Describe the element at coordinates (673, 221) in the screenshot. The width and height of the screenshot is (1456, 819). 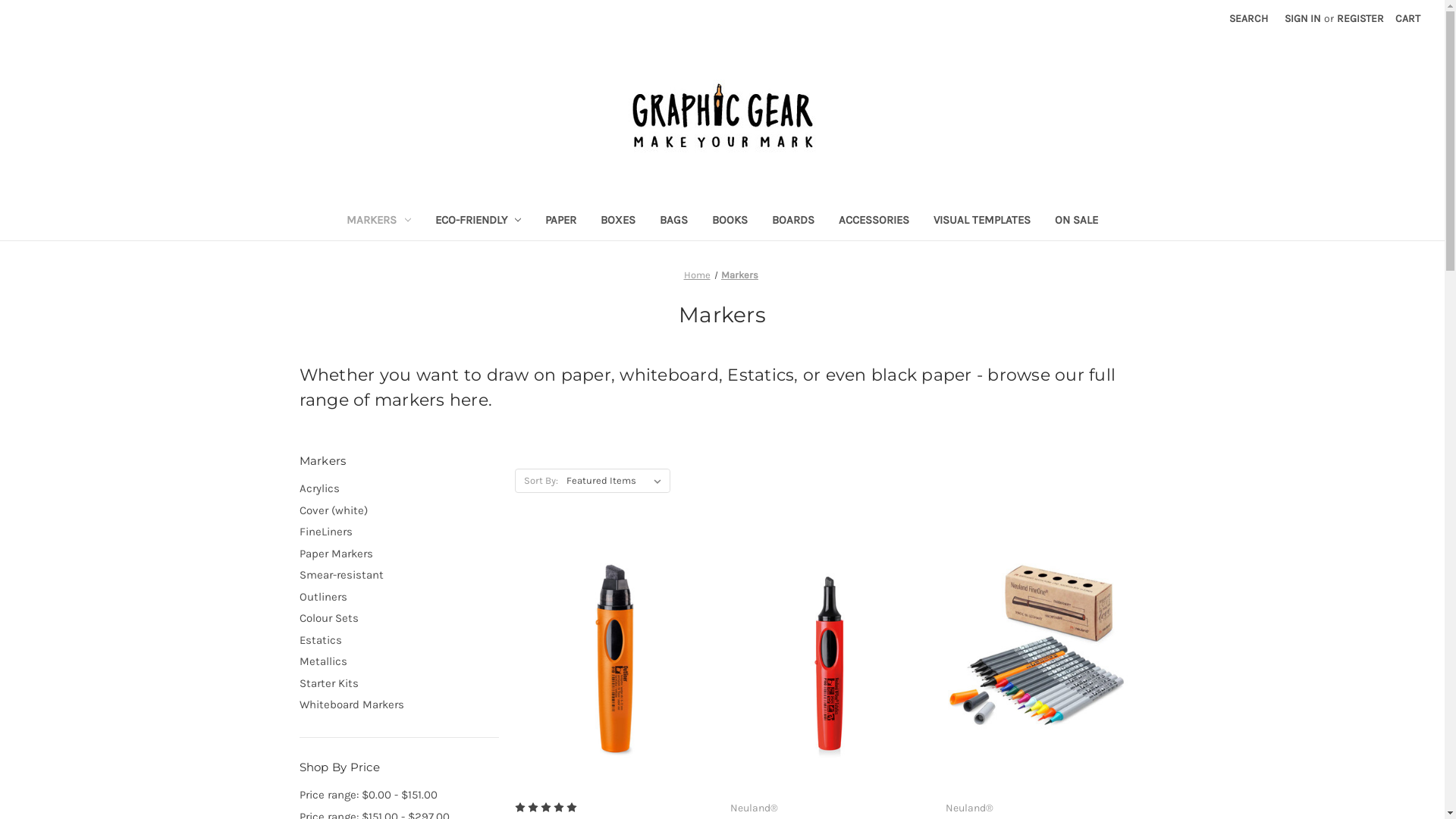
I see `'BAGS'` at that location.